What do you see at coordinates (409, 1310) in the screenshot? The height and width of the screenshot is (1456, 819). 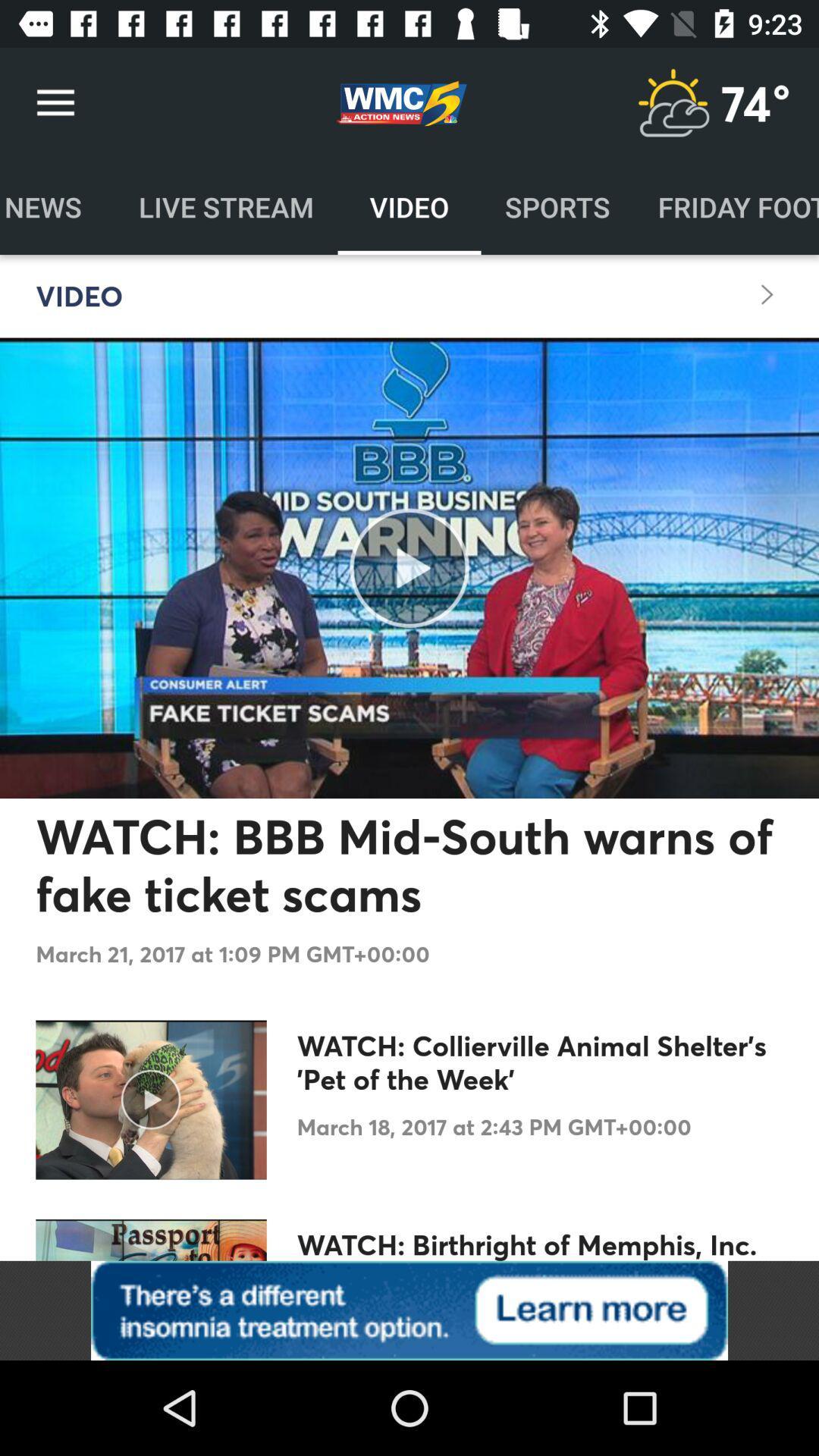 I see `advertisement about insomnia treatment` at bounding box center [409, 1310].